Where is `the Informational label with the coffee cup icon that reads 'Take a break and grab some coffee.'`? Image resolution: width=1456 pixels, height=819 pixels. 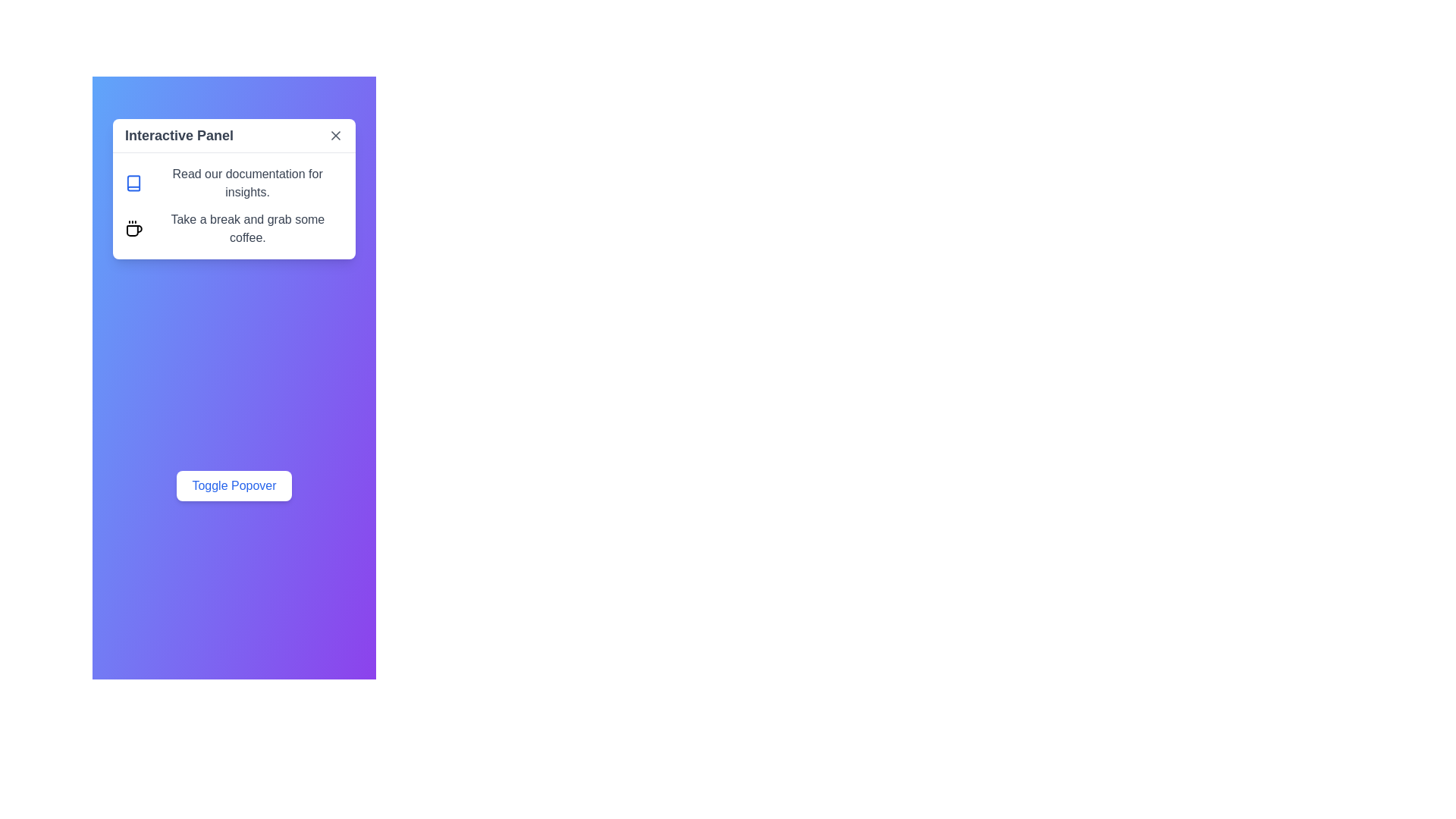
the Informational label with the coffee cup icon that reads 'Take a break and grab some coffee.' is located at coordinates (233, 228).